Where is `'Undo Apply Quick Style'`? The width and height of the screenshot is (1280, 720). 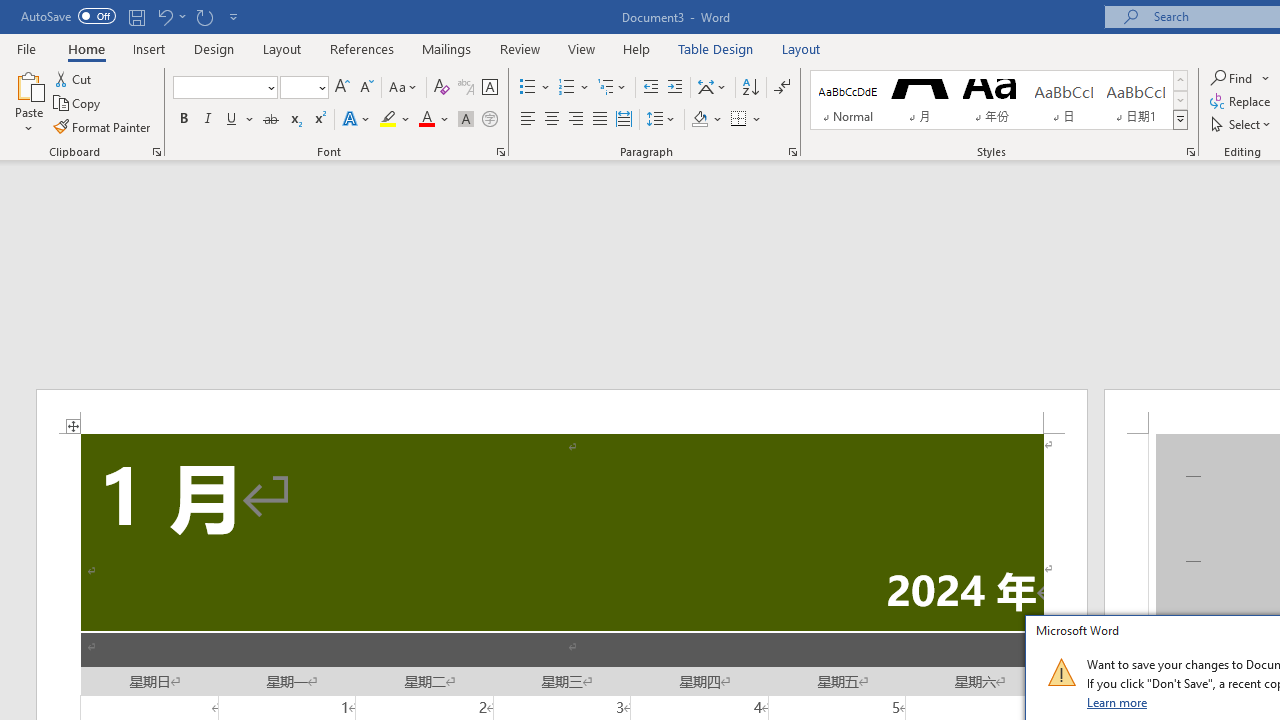
'Undo Apply Quick Style' is located at coordinates (170, 16).